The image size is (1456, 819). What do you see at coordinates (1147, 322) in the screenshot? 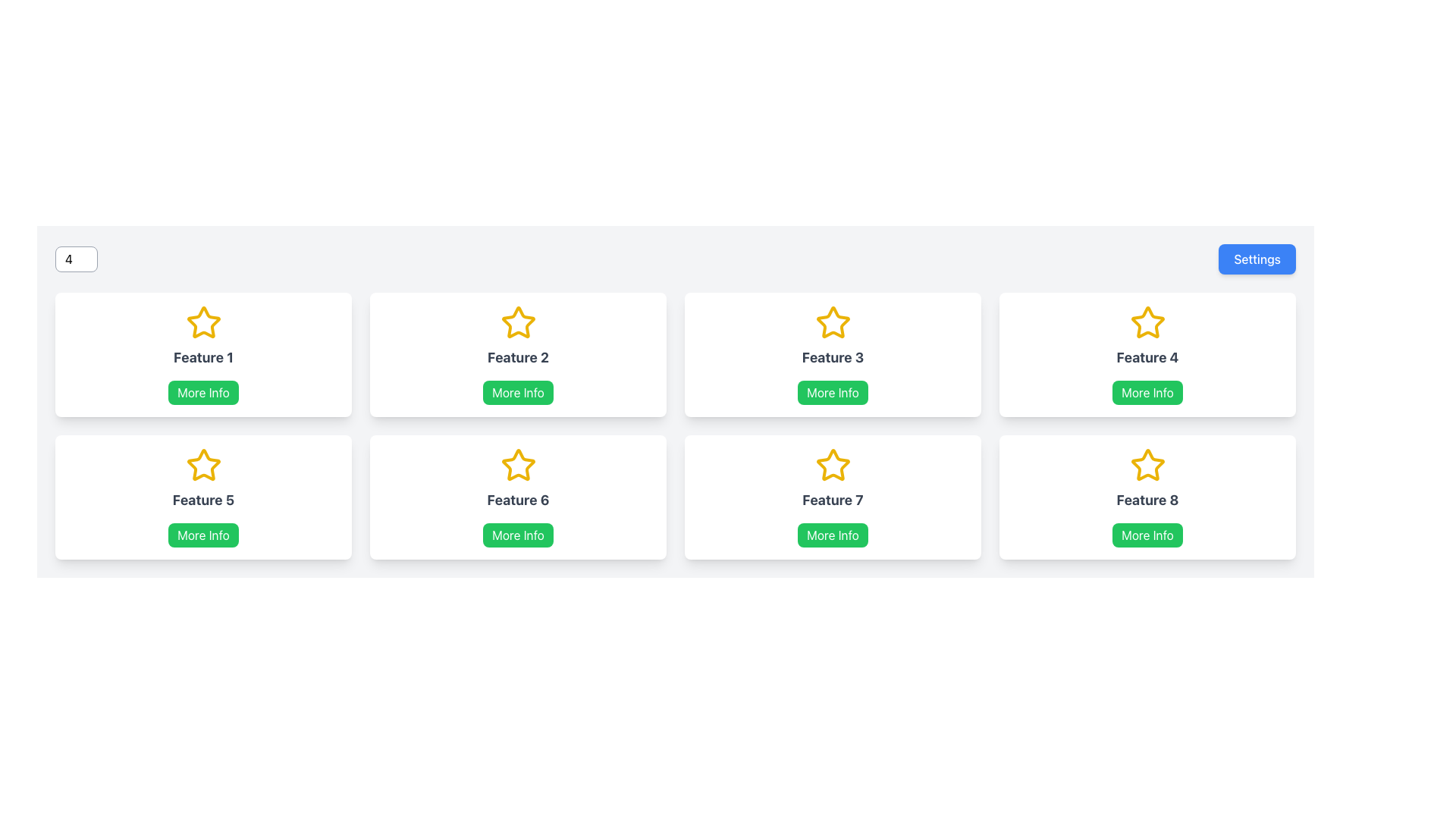
I see `the yellow star icon with a hollow center located at the top-center of the 'Feature 4' card, positioned directly above the text 'Feature 4'` at bounding box center [1147, 322].